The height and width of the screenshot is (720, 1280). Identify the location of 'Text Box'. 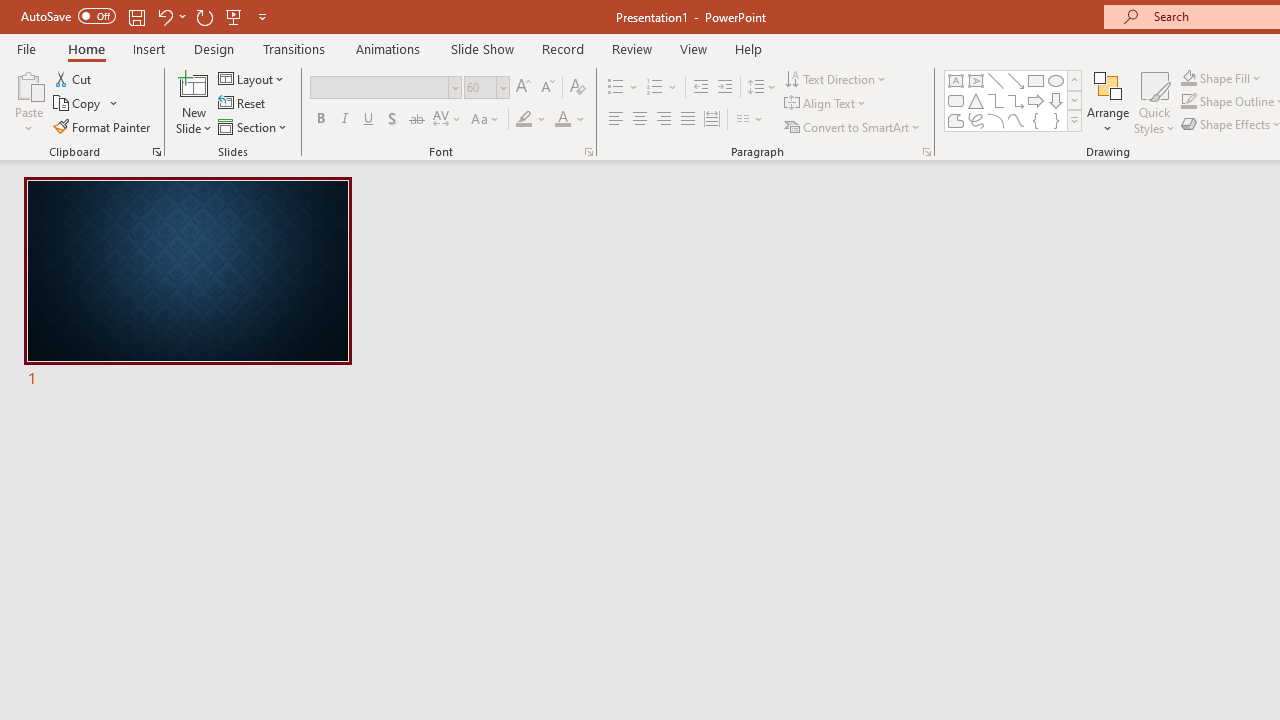
(955, 80).